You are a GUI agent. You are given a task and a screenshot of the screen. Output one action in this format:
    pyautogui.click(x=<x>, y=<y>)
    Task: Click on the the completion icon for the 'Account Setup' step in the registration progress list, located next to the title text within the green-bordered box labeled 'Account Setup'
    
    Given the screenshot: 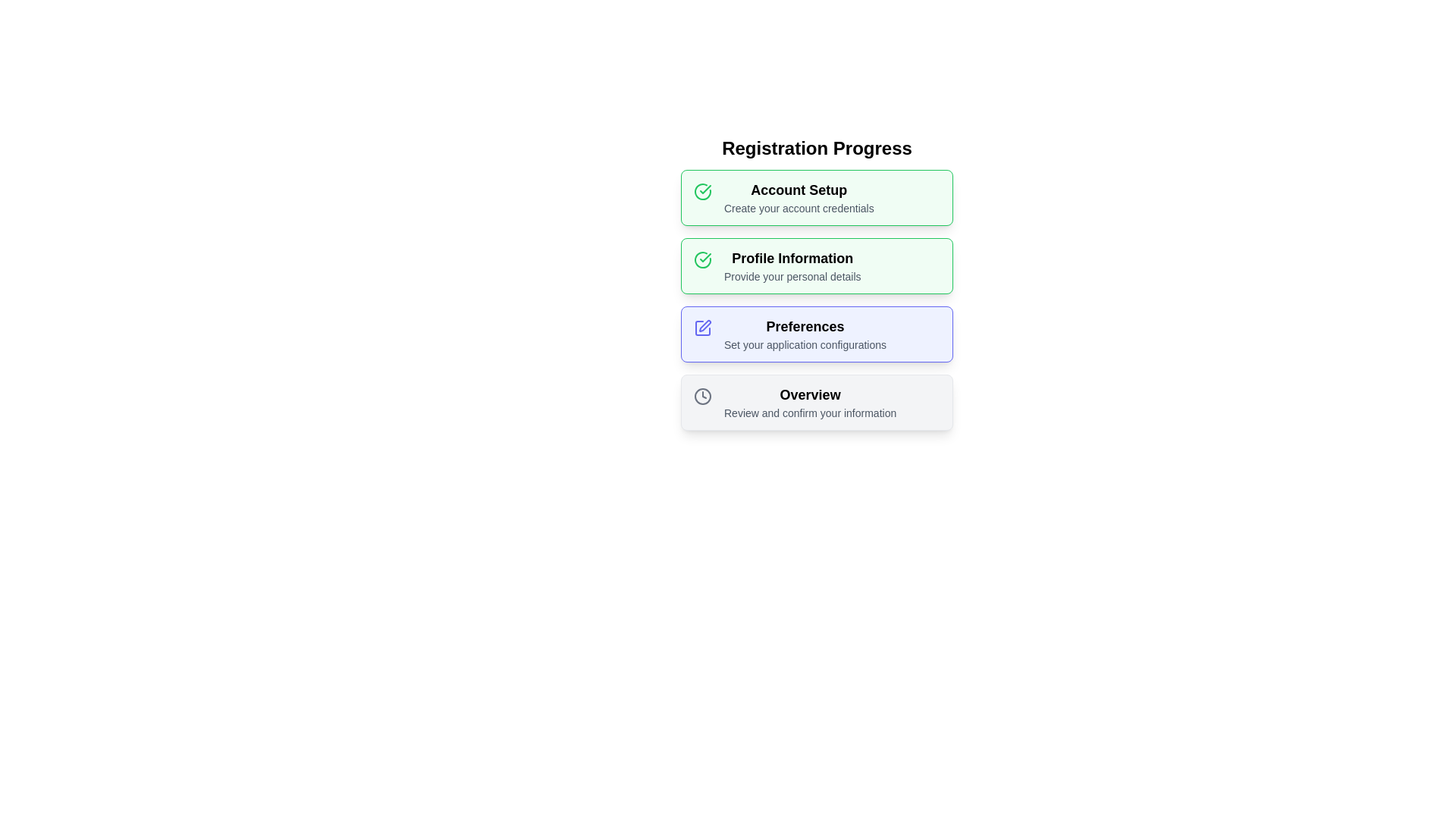 What is the action you would take?
    pyautogui.click(x=704, y=256)
    